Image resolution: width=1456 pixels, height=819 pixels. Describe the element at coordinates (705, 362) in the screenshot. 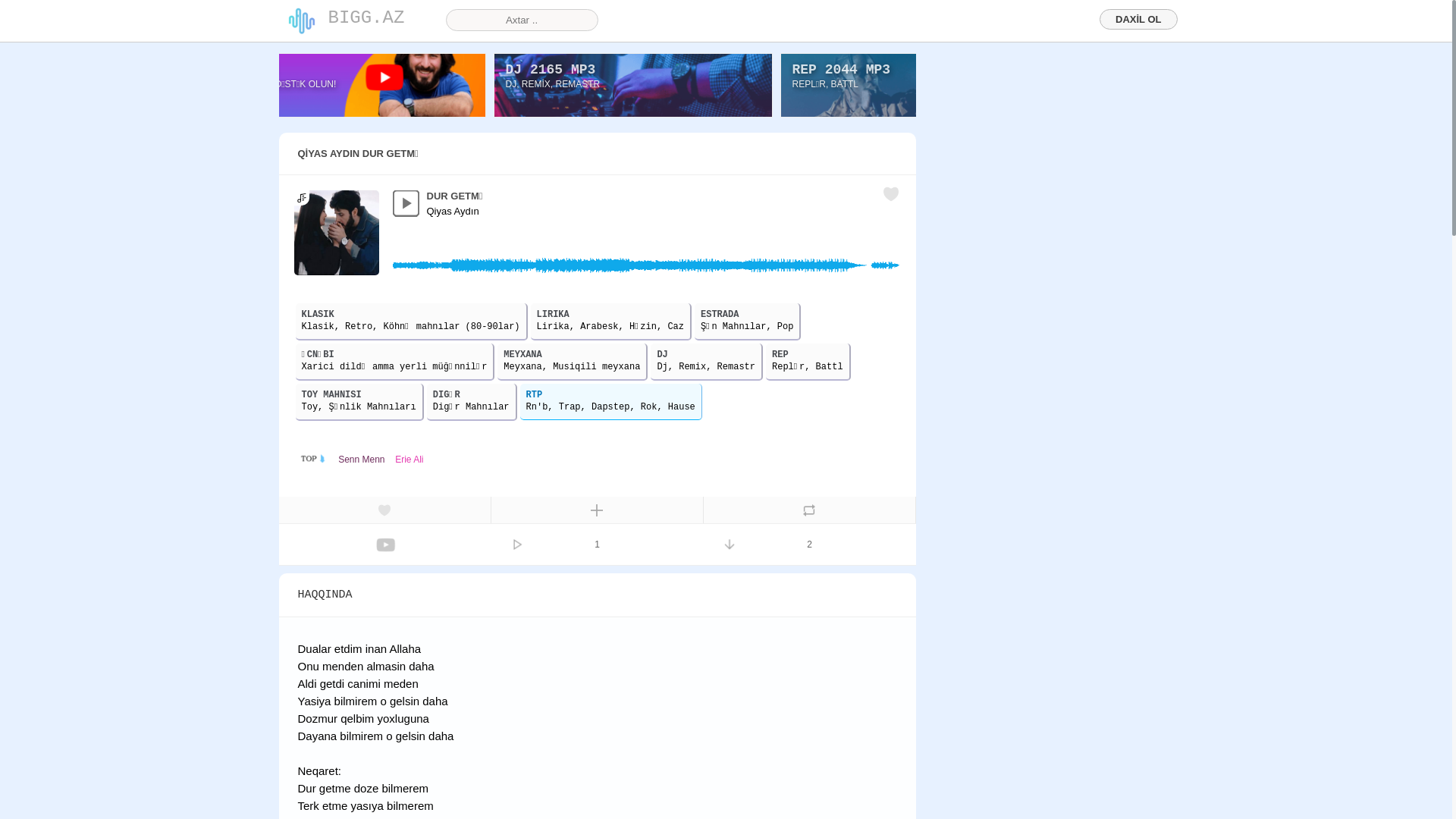

I see `'DJ` at that location.